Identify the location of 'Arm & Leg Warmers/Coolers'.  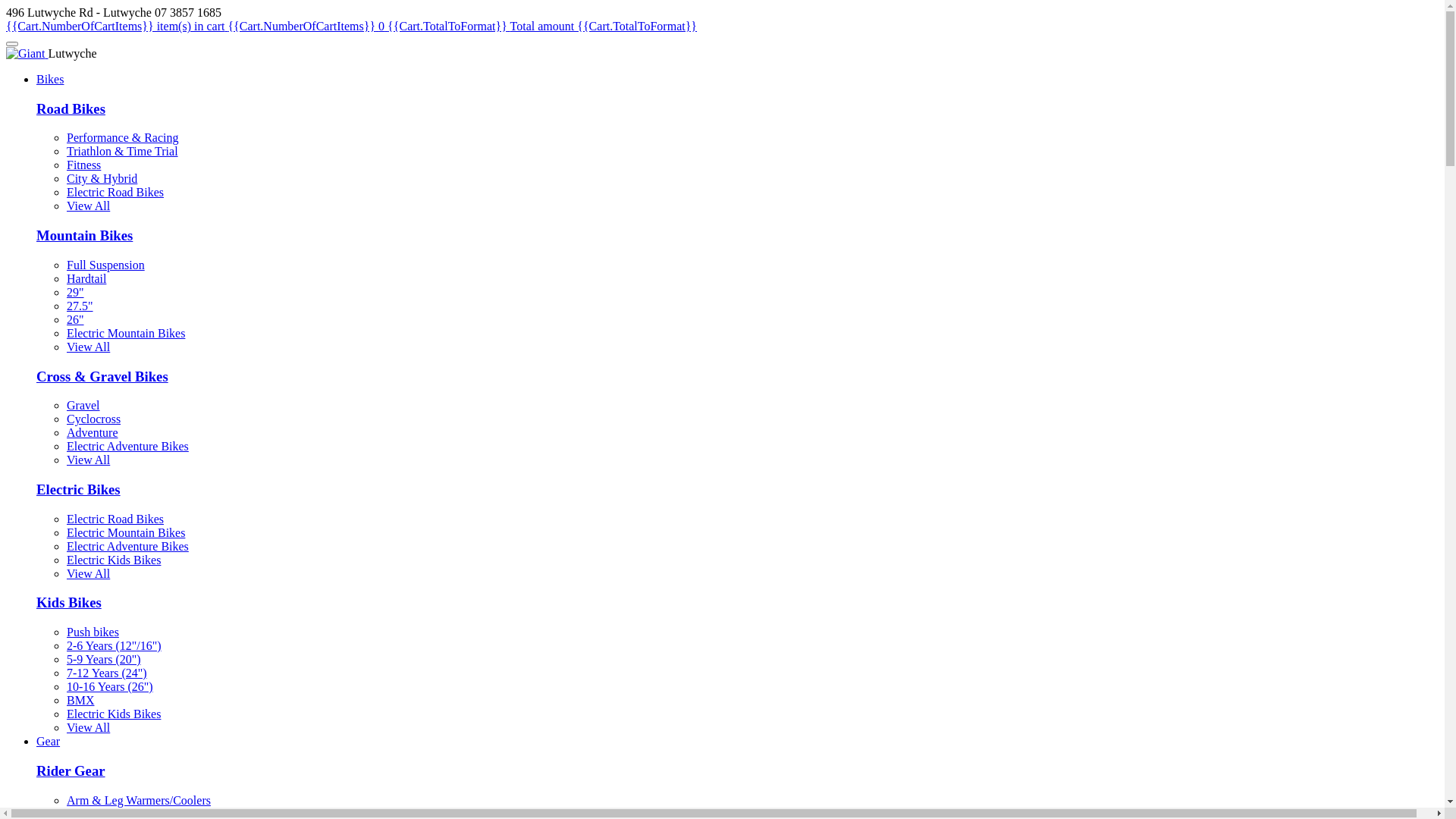
(138, 799).